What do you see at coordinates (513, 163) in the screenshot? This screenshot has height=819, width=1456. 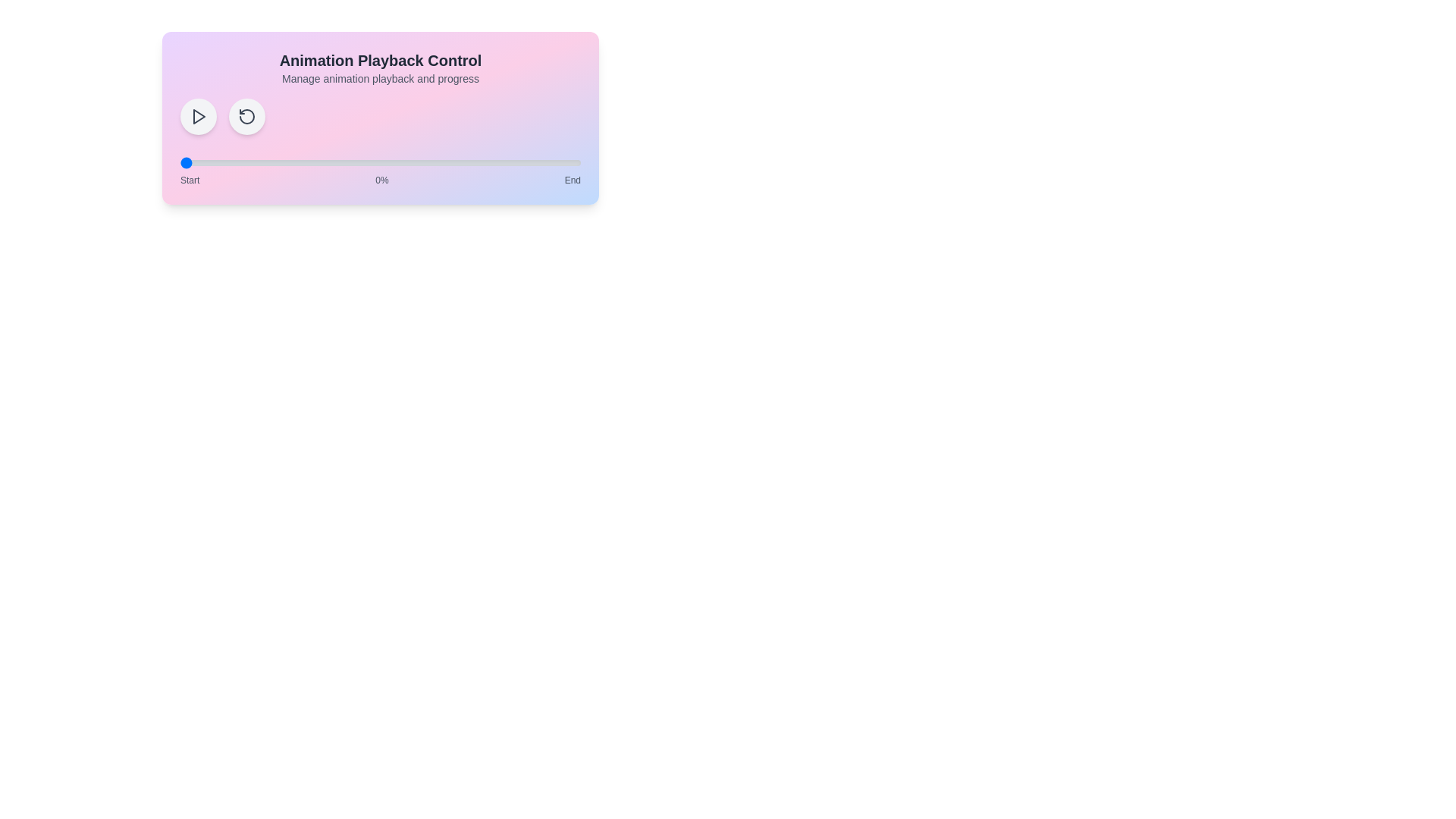 I see `the animation progress to 83% by interacting with the range slider` at bounding box center [513, 163].